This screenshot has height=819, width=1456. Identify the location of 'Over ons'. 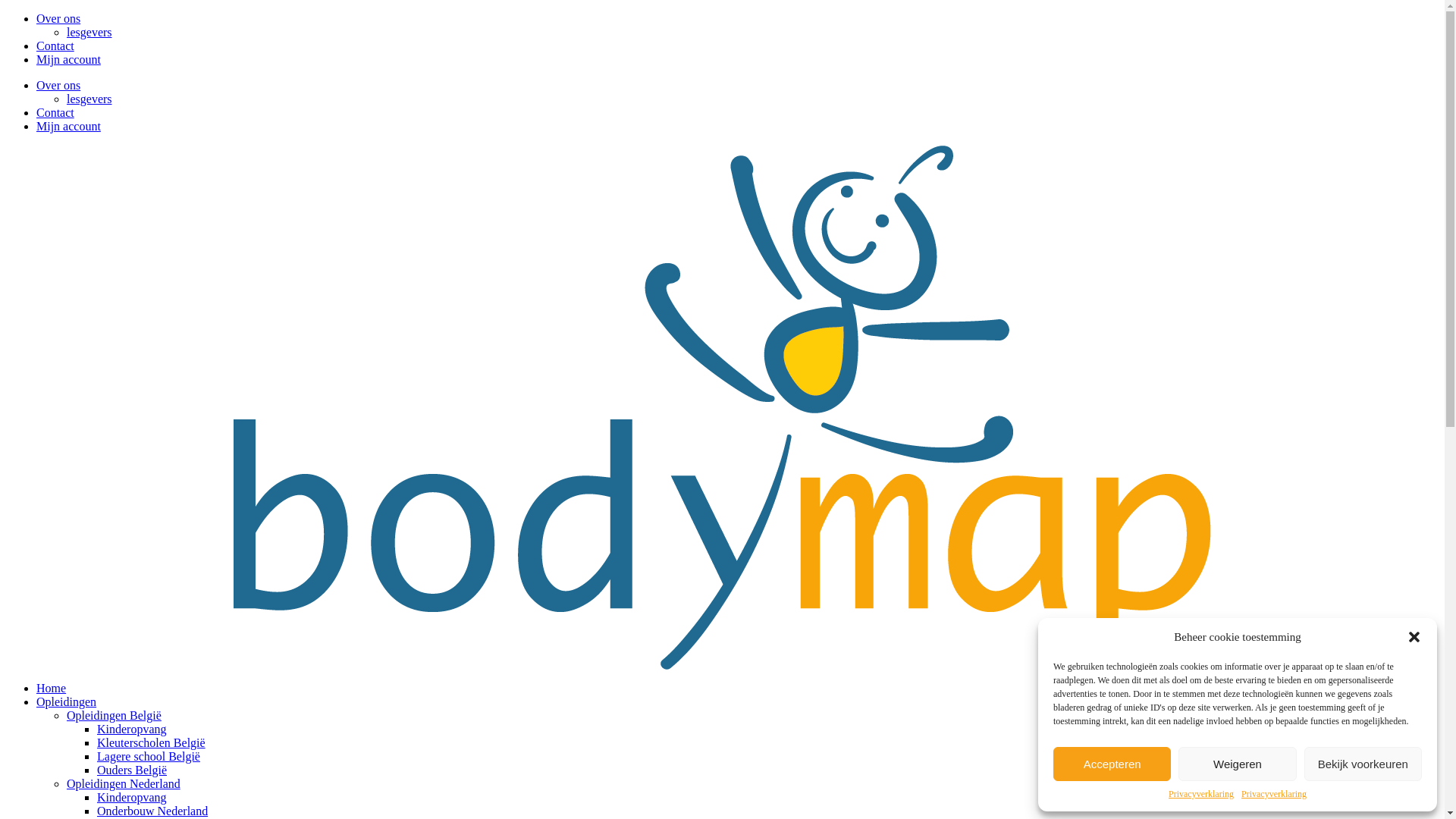
(58, 85).